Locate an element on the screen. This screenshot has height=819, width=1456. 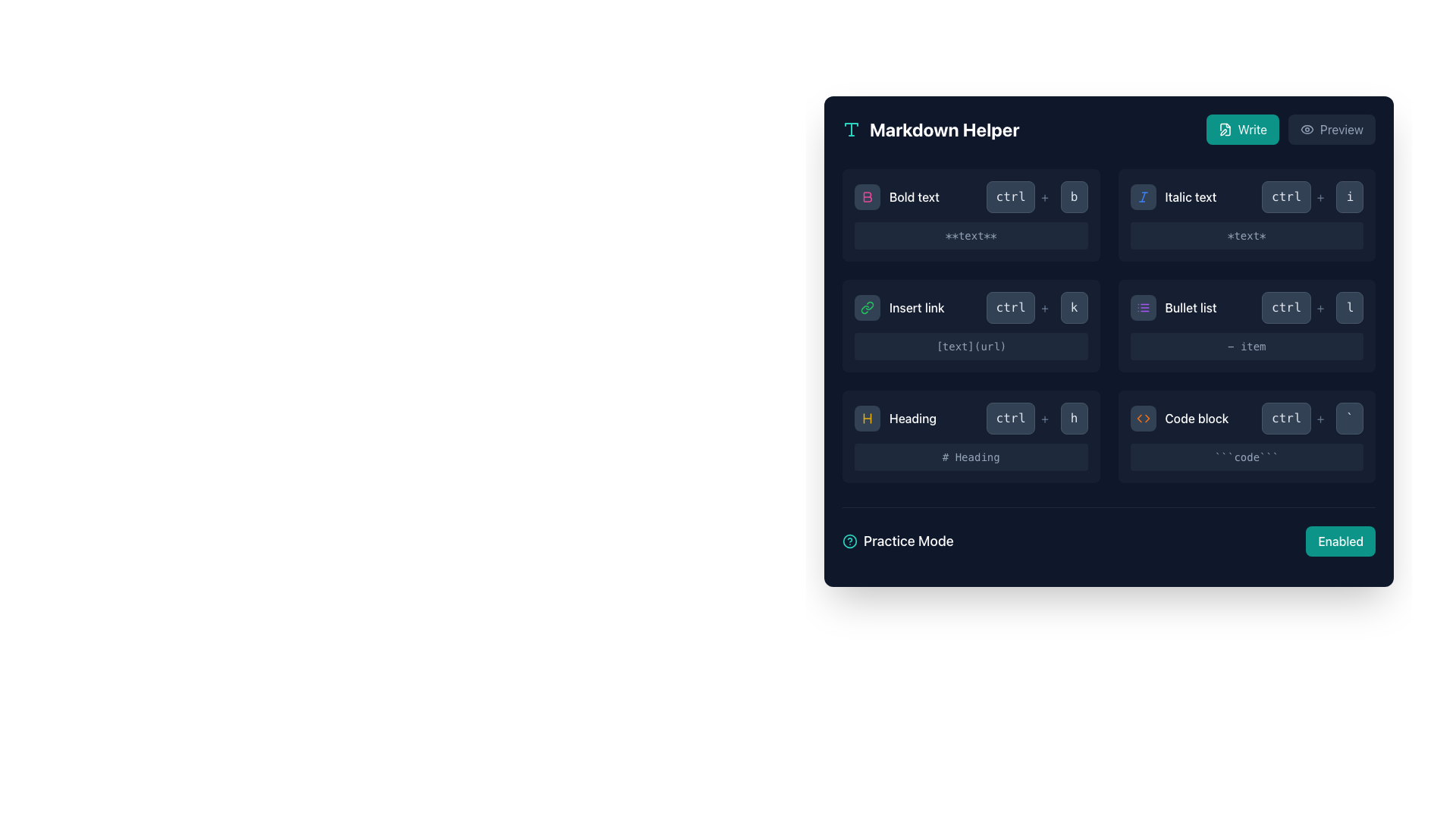
the 'Insert link' button located in the 'Markdown Helper' section, which helps users insert hyperlinks into markdown text is located at coordinates (899, 307).